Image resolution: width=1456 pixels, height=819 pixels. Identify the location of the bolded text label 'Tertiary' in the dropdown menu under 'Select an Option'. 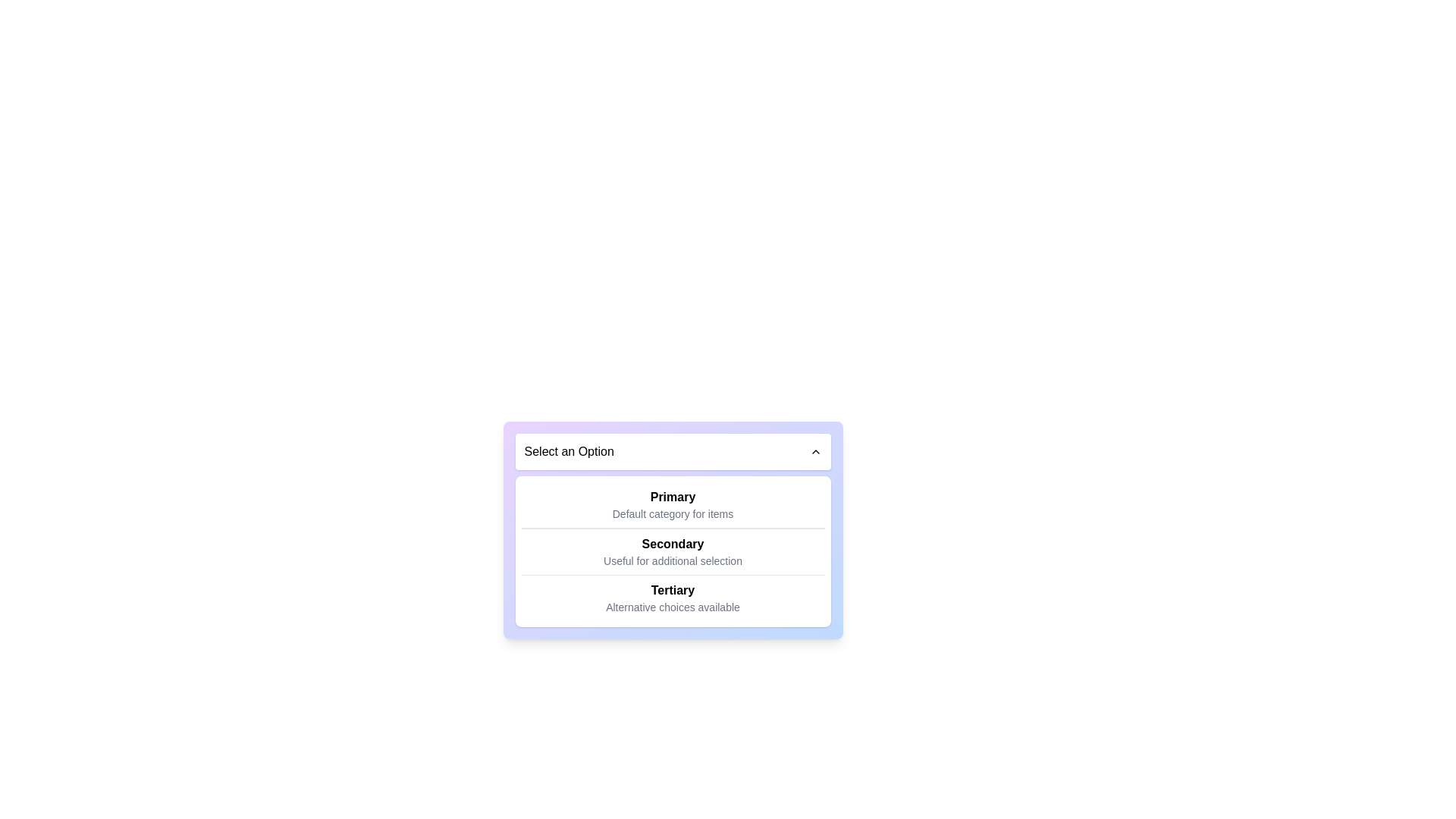
(672, 590).